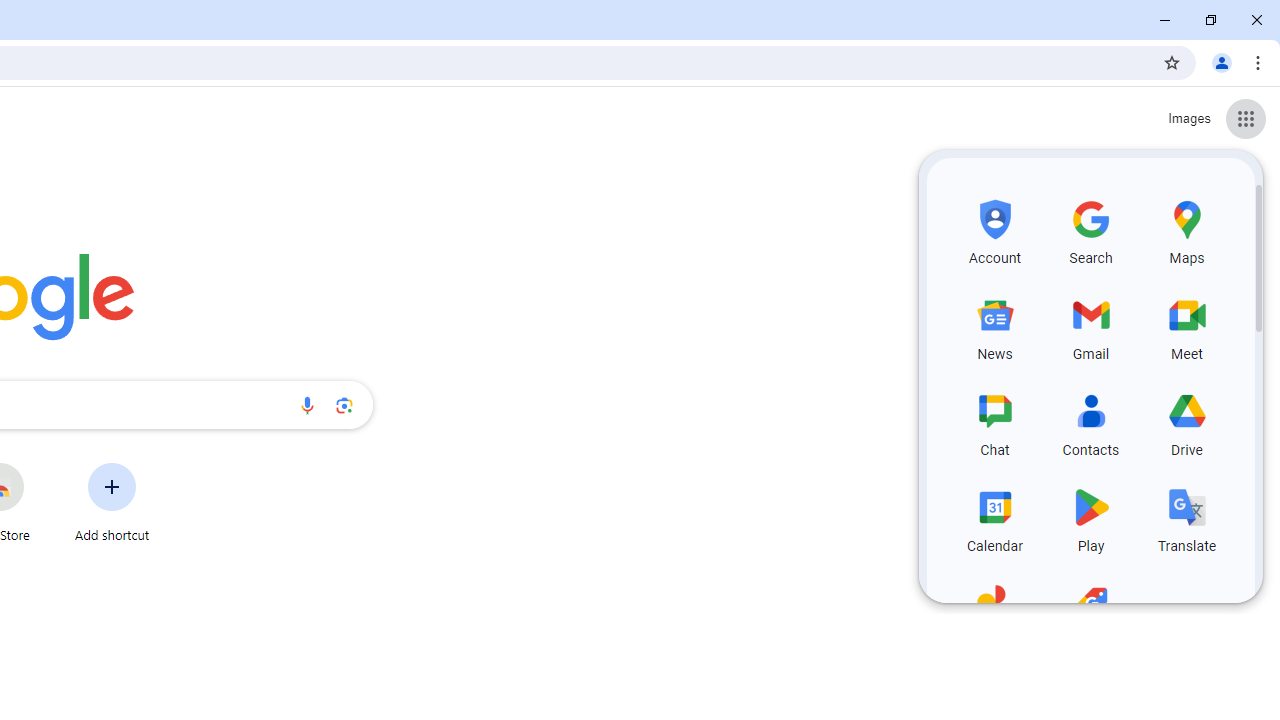  I want to click on 'Photos, row 5 of 5 and column 1 of 3 in the first section', so click(995, 612).